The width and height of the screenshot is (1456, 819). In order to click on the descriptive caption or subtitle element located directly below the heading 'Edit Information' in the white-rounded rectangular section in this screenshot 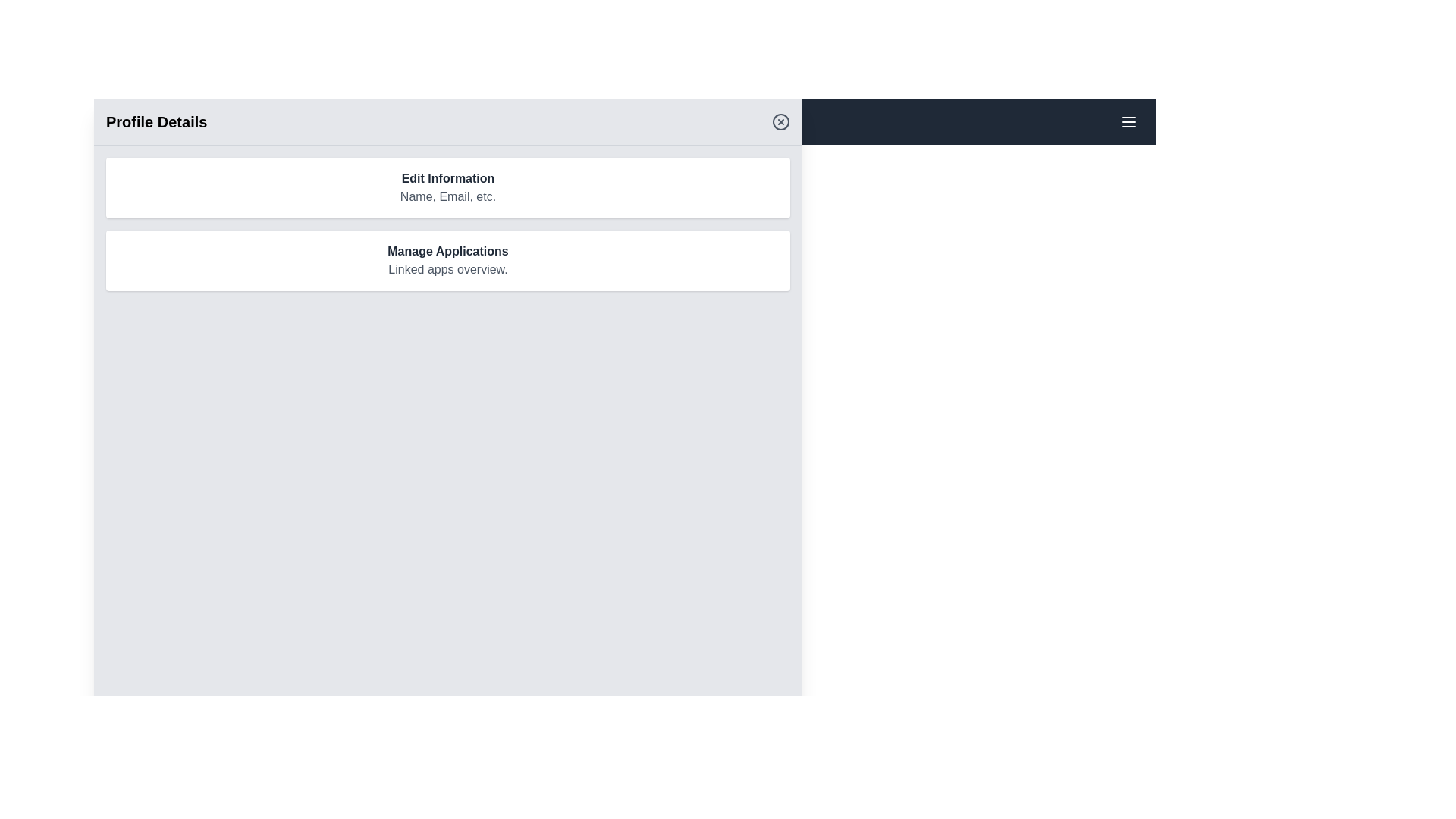, I will do `click(447, 196)`.